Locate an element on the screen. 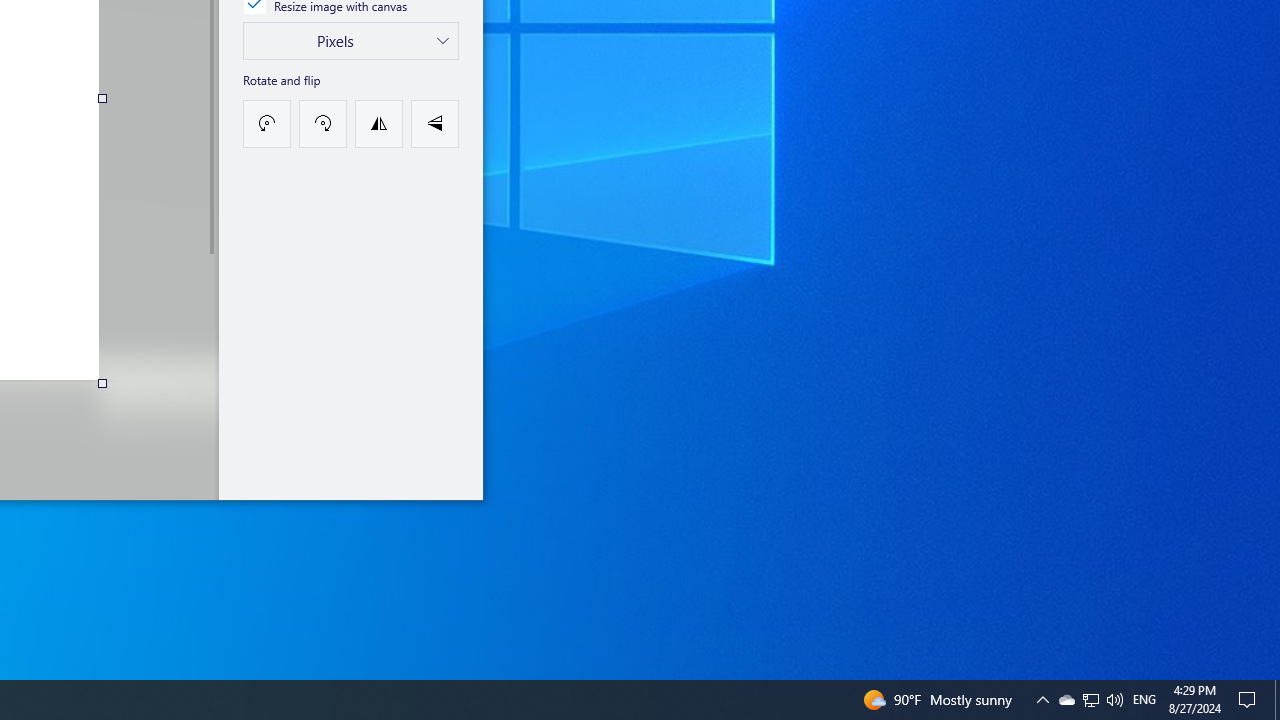 This screenshot has height=720, width=1280. 'Action Center, No new notifications' is located at coordinates (1250, 698).